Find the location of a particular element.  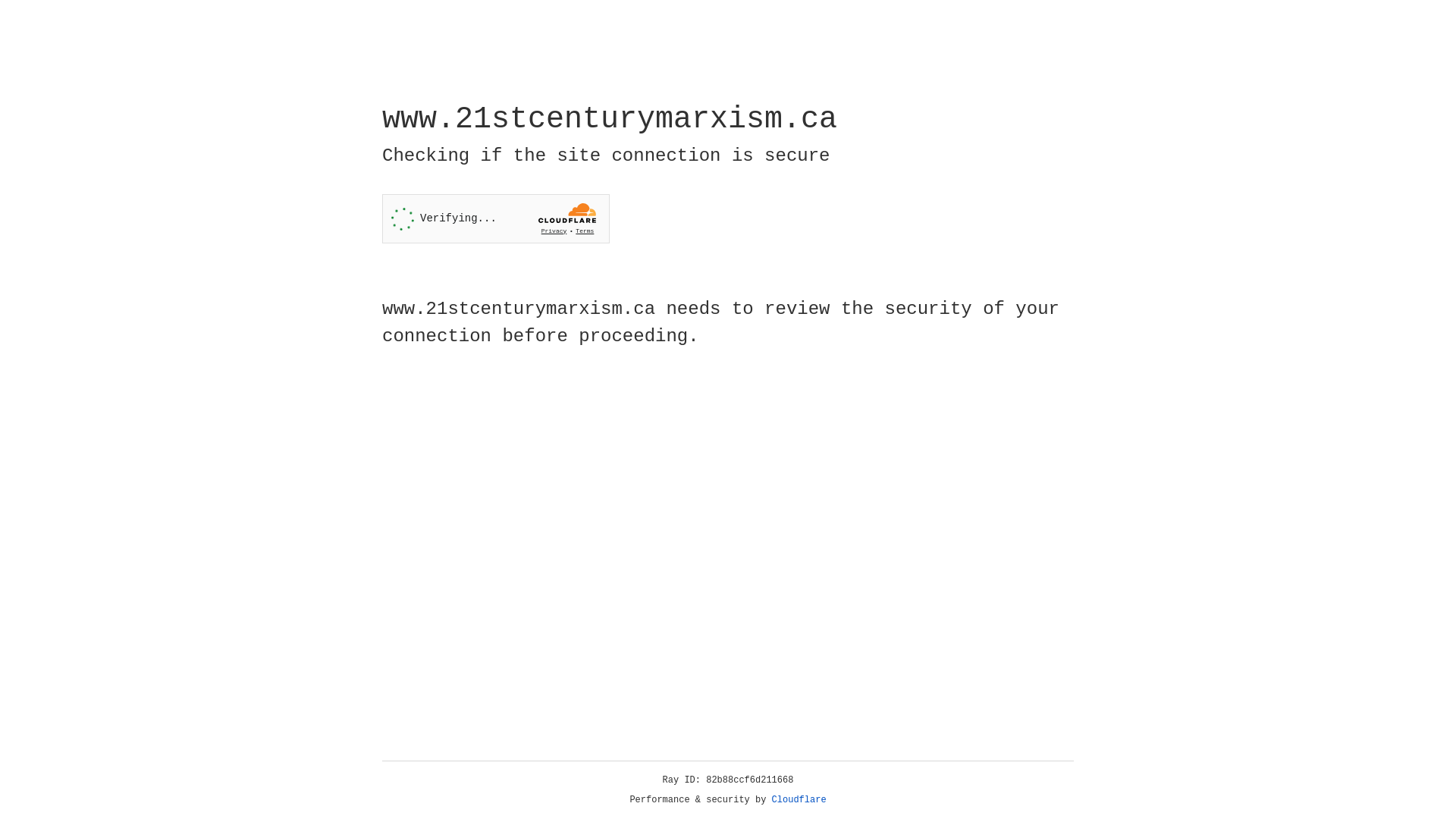

'Widget containing a Cloudflare security challenge' is located at coordinates (495, 218).